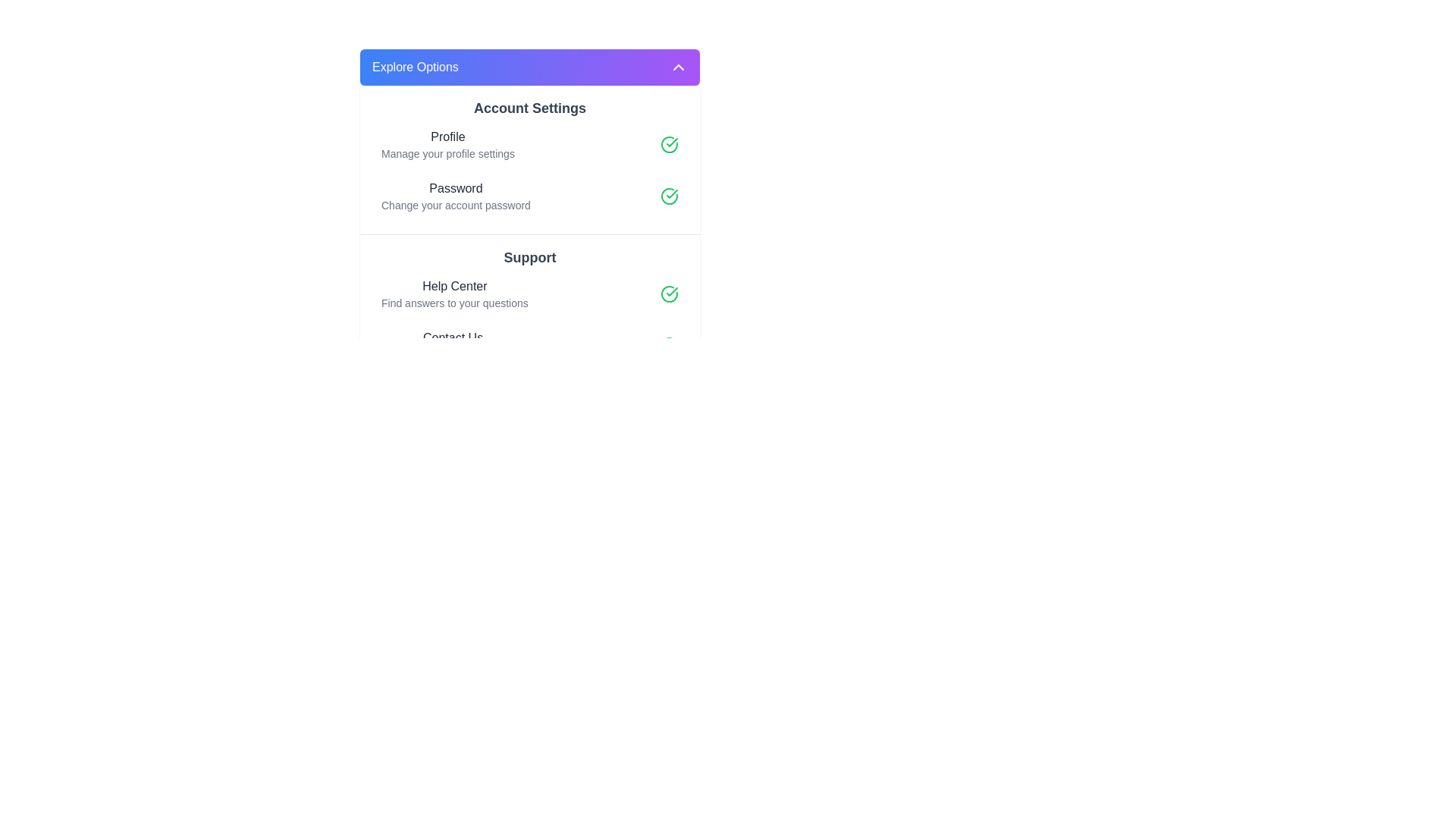  Describe the element at coordinates (530, 256) in the screenshot. I see `the 'Support' Static Text element, which displays the text in a large, bold font with a dark gray color, centered in the support options section` at that location.